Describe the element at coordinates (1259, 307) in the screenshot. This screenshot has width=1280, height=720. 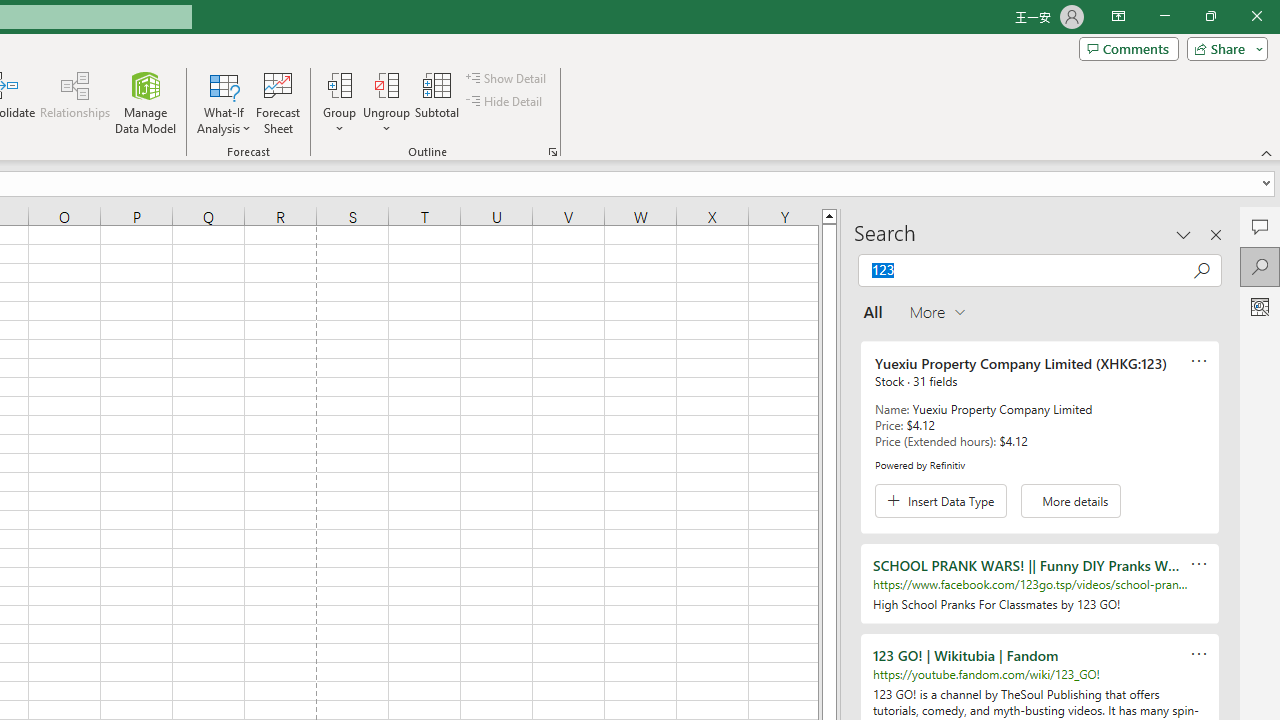
I see `'Analyze Data'` at that location.